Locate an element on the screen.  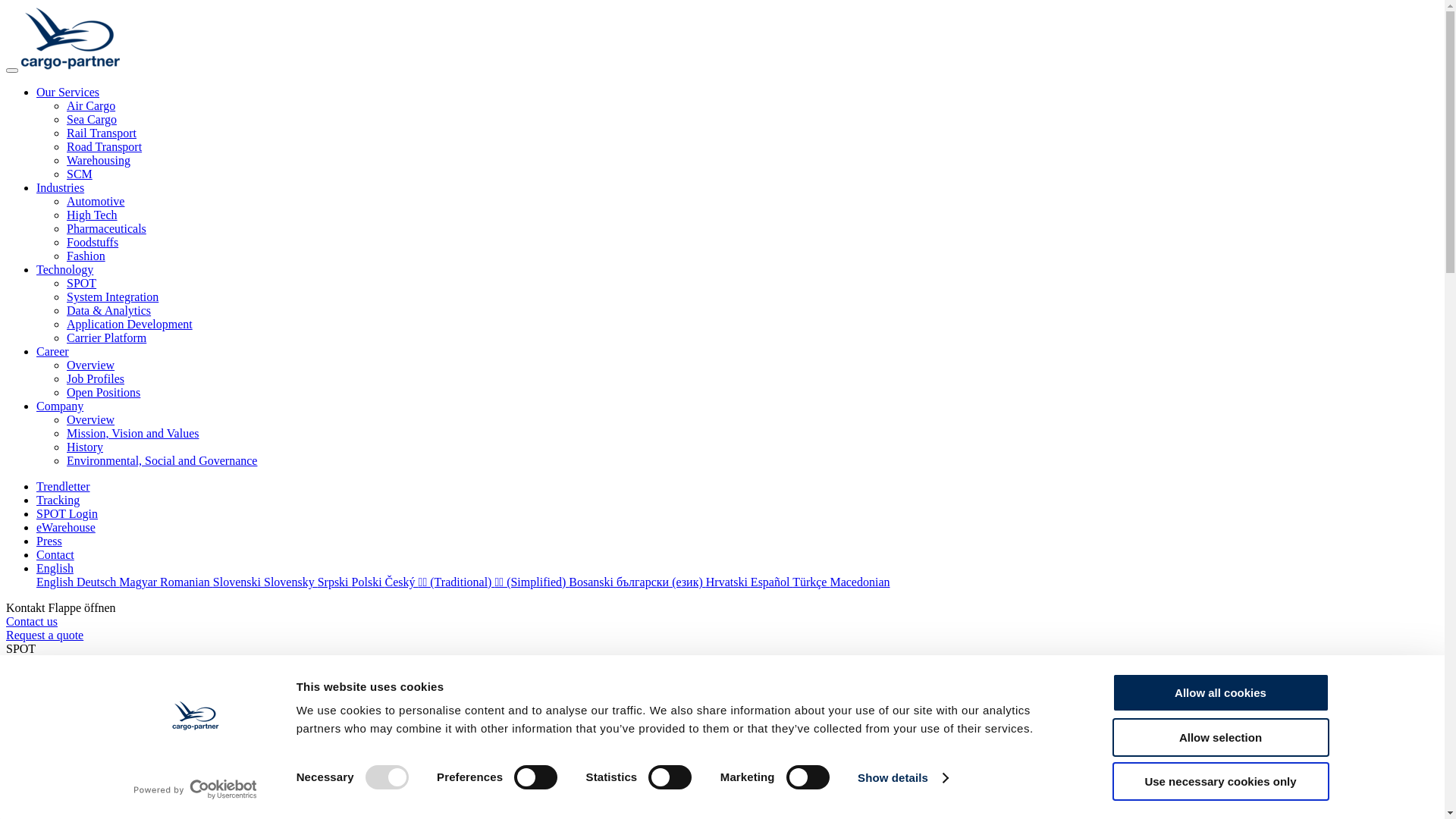
'Show details' is located at coordinates (858, 778).